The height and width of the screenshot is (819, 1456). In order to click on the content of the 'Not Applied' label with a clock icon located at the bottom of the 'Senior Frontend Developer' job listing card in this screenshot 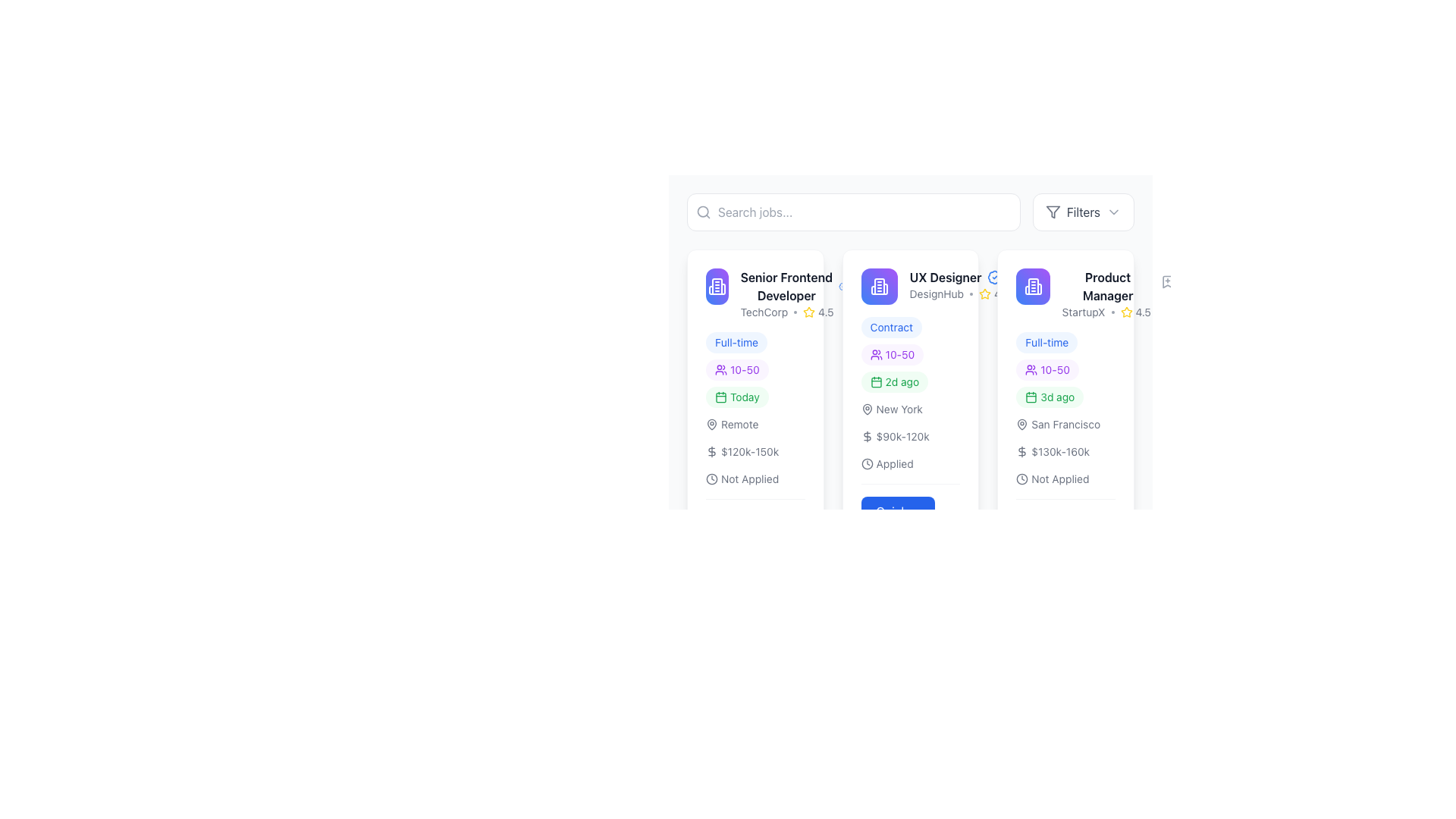, I will do `click(742, 479)`.